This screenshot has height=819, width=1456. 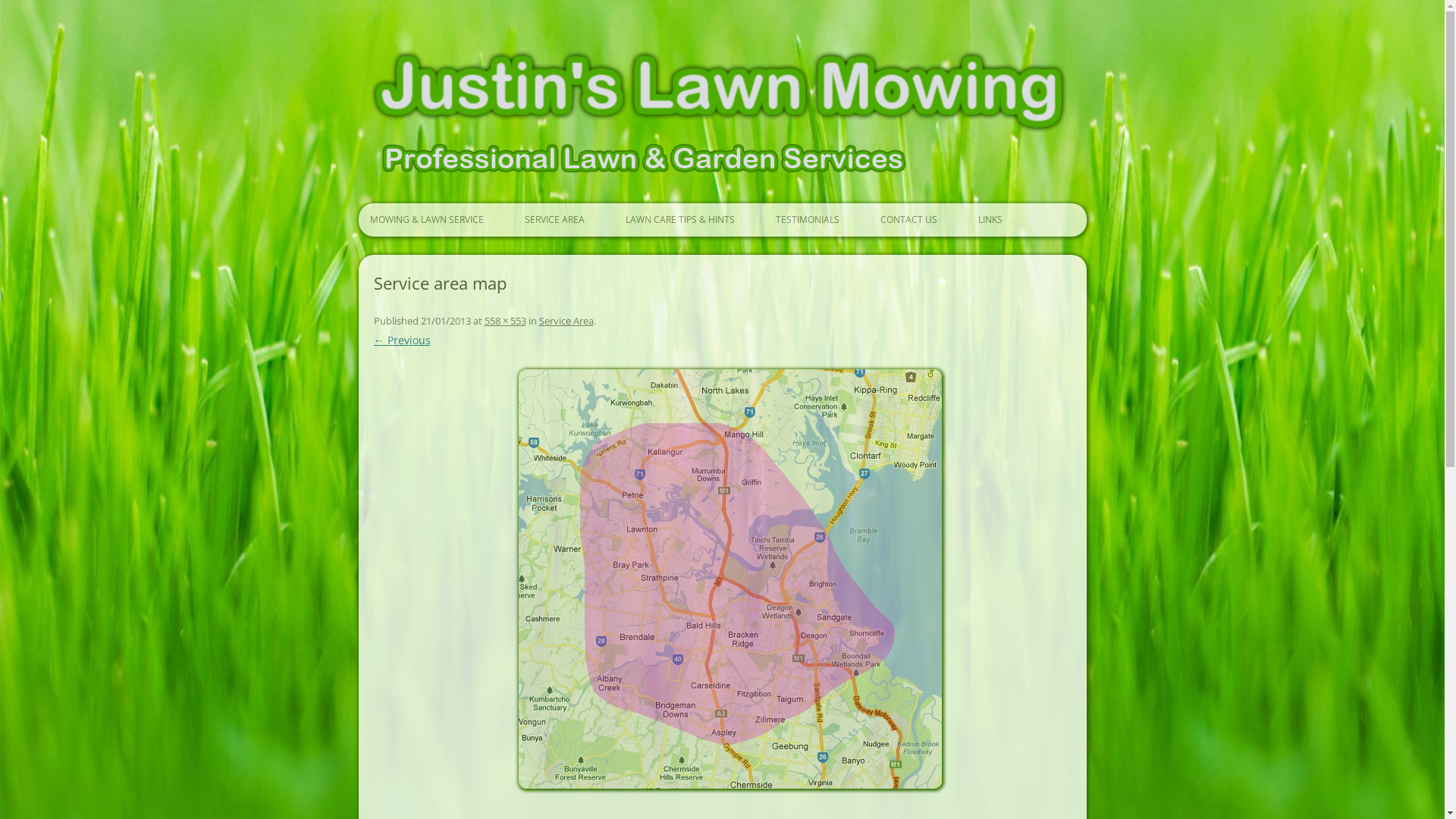 I want to click on 'LAWN CARE TIPS & HINTS', so click(x=677, y=219).